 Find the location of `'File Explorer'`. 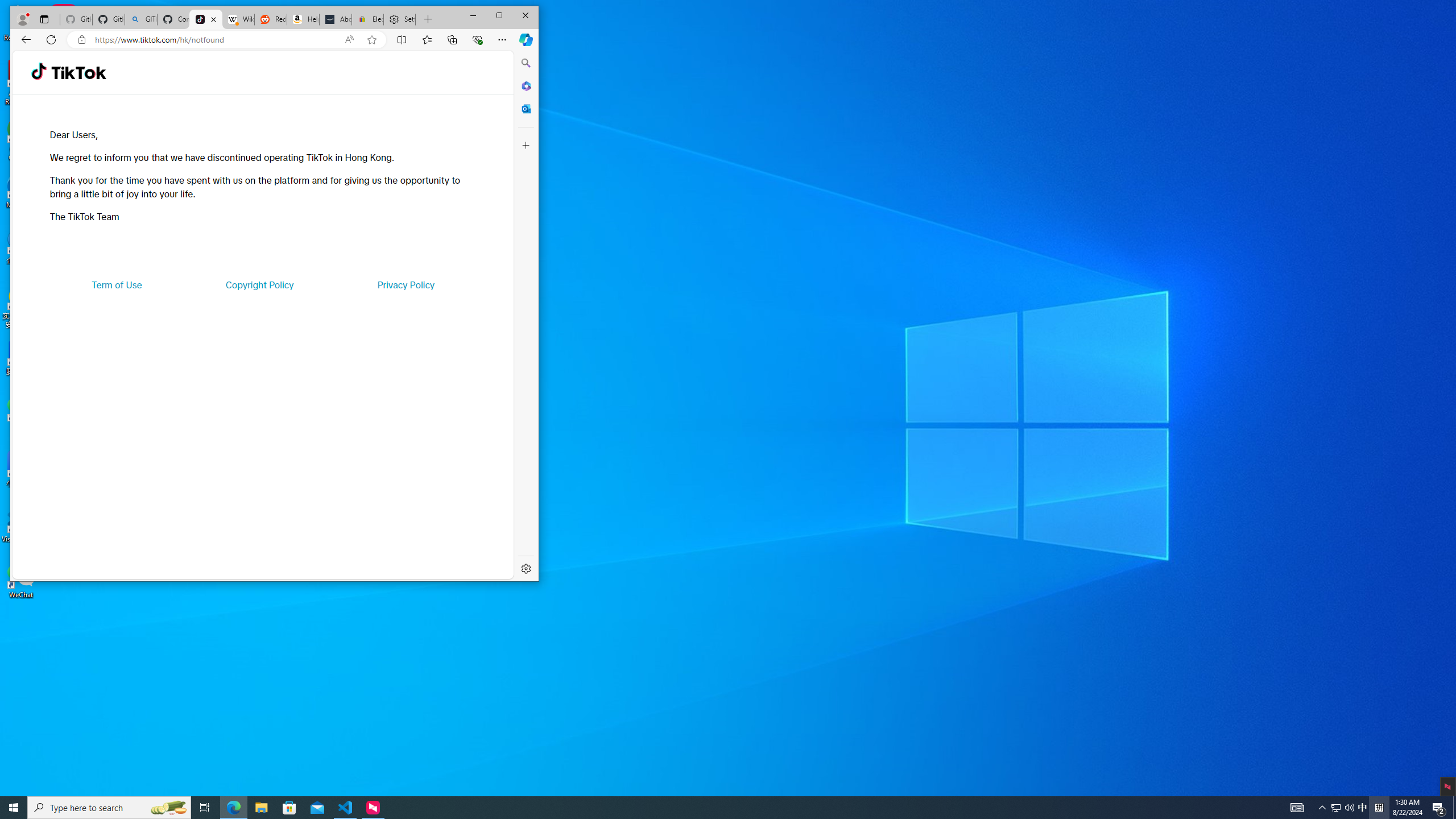

'File Explorer' is located at coordinates (260, 806).